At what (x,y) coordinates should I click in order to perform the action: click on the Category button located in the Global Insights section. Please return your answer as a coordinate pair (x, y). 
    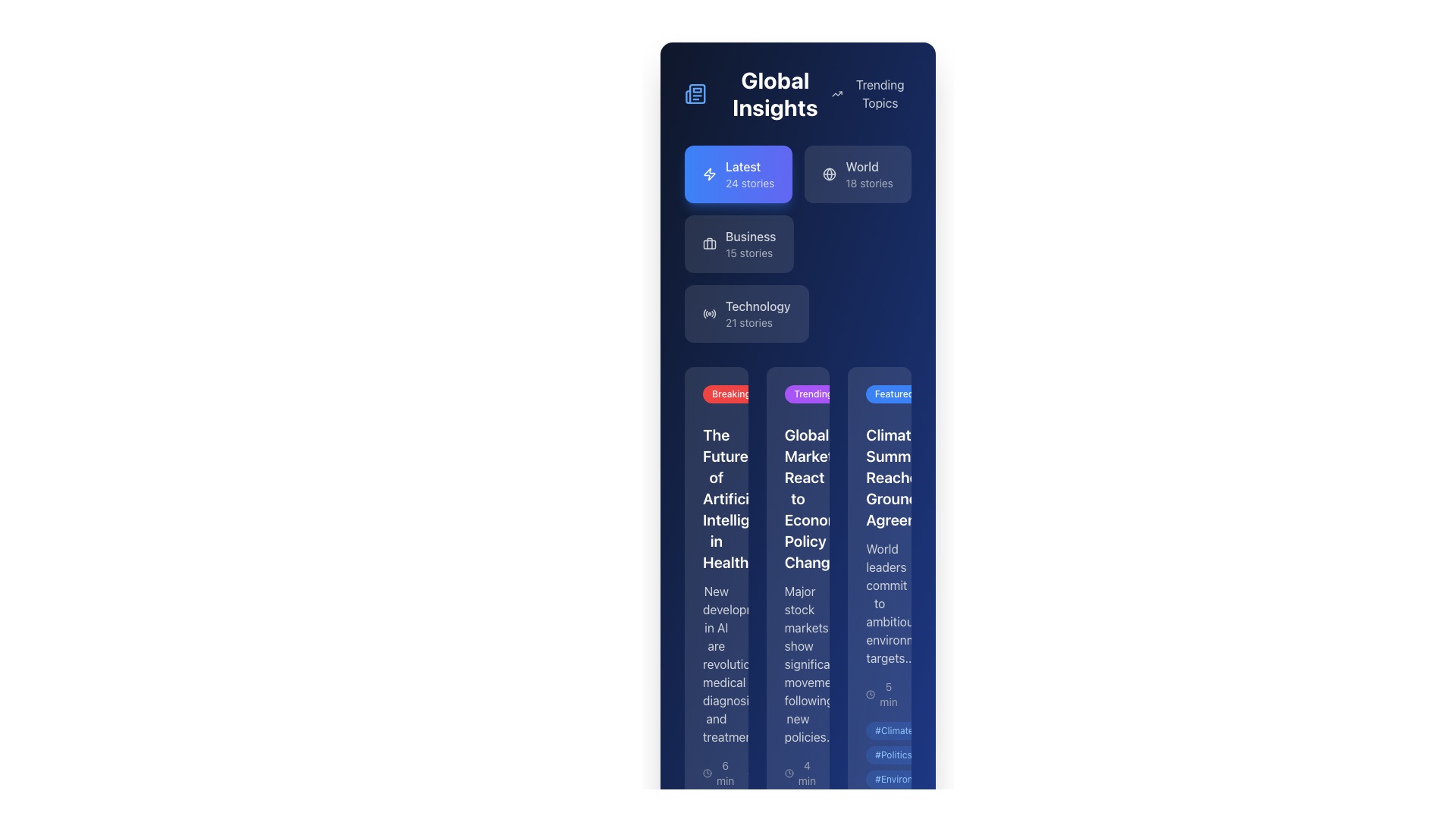
    Looking at the image, I should click on (746, 312).